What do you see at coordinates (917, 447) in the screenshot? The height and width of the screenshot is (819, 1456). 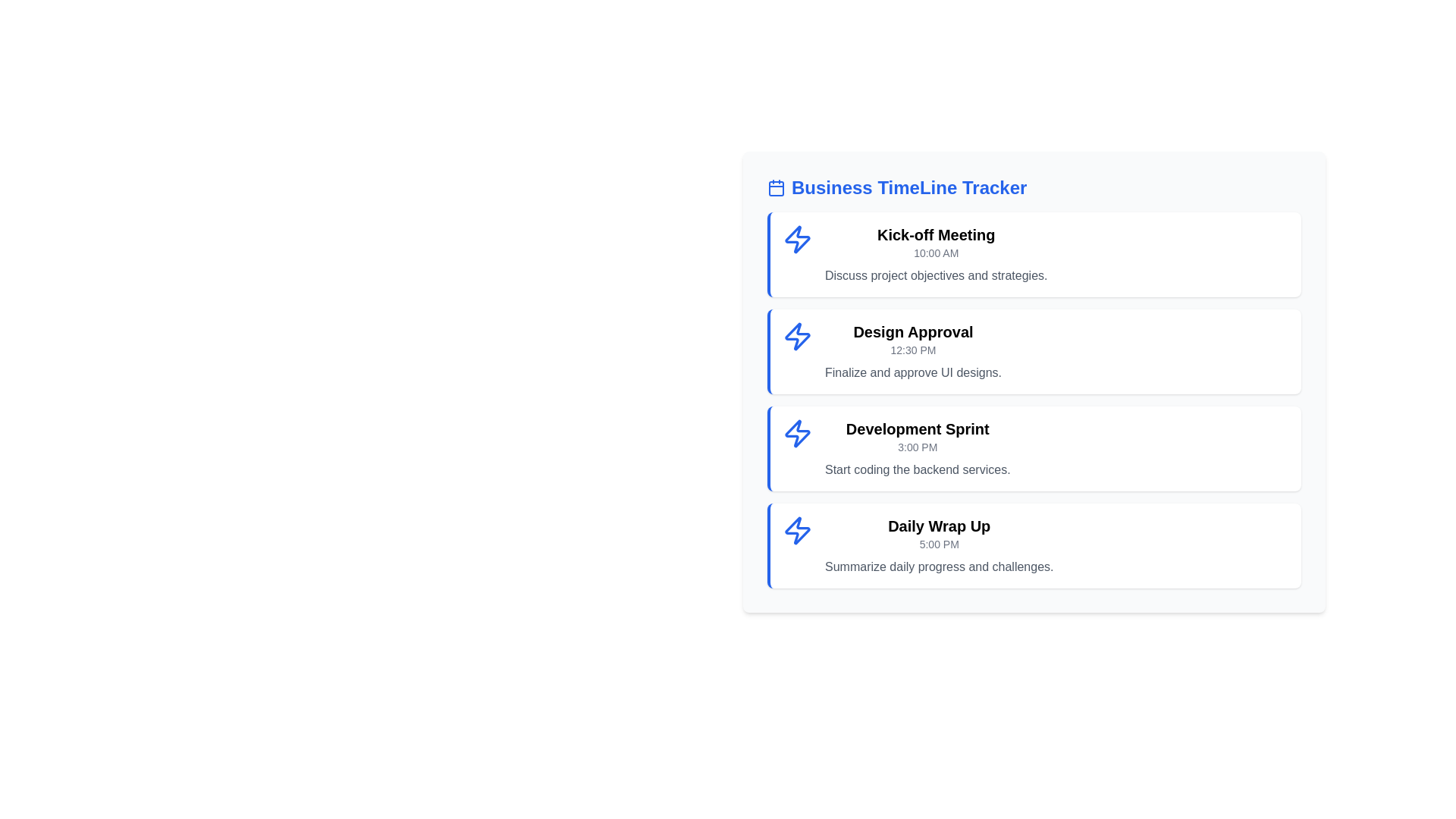 I see `timestamp displayed as '3:00 PM' in a small gray font, located below the 'Development Sprint' heading` at bounding box center [917, 447].